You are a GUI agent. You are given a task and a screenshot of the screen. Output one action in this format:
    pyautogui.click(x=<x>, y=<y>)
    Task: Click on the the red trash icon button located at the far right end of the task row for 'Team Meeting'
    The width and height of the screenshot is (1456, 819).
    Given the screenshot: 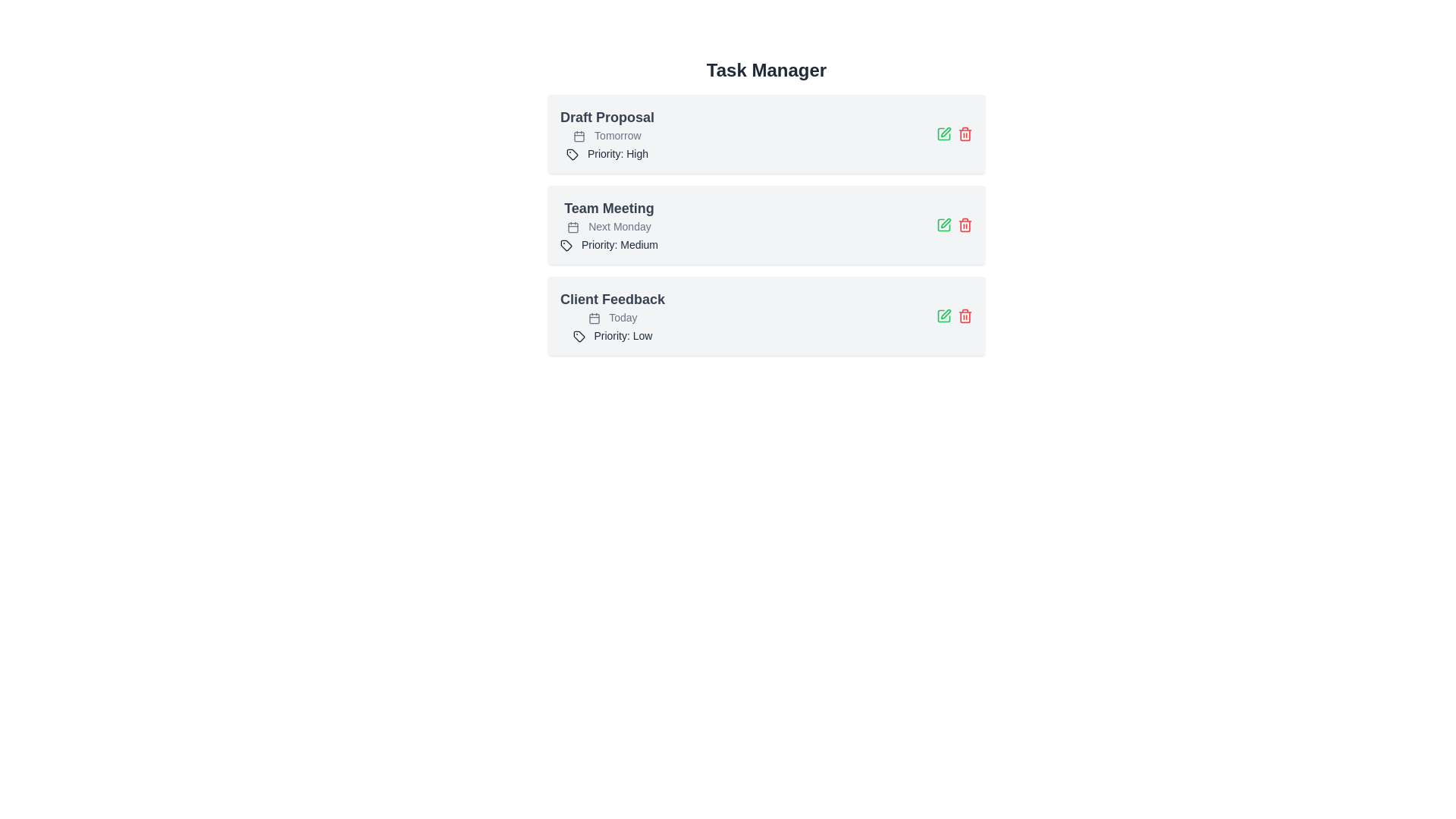 What is the action you would take?
    pyautogui.click(x=964, y=225)
    